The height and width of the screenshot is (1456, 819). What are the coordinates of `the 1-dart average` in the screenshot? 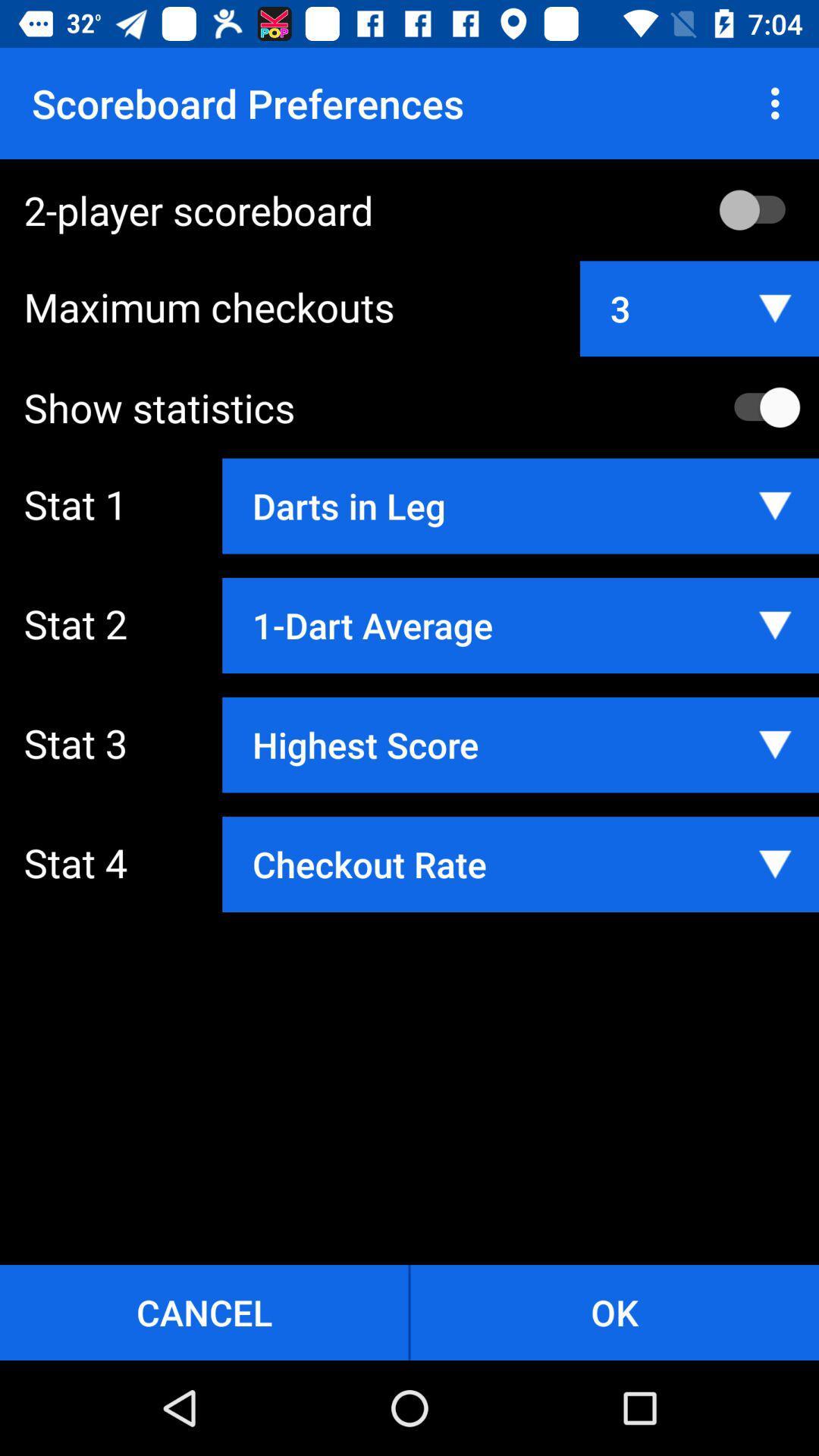 It's located at (519, 626).